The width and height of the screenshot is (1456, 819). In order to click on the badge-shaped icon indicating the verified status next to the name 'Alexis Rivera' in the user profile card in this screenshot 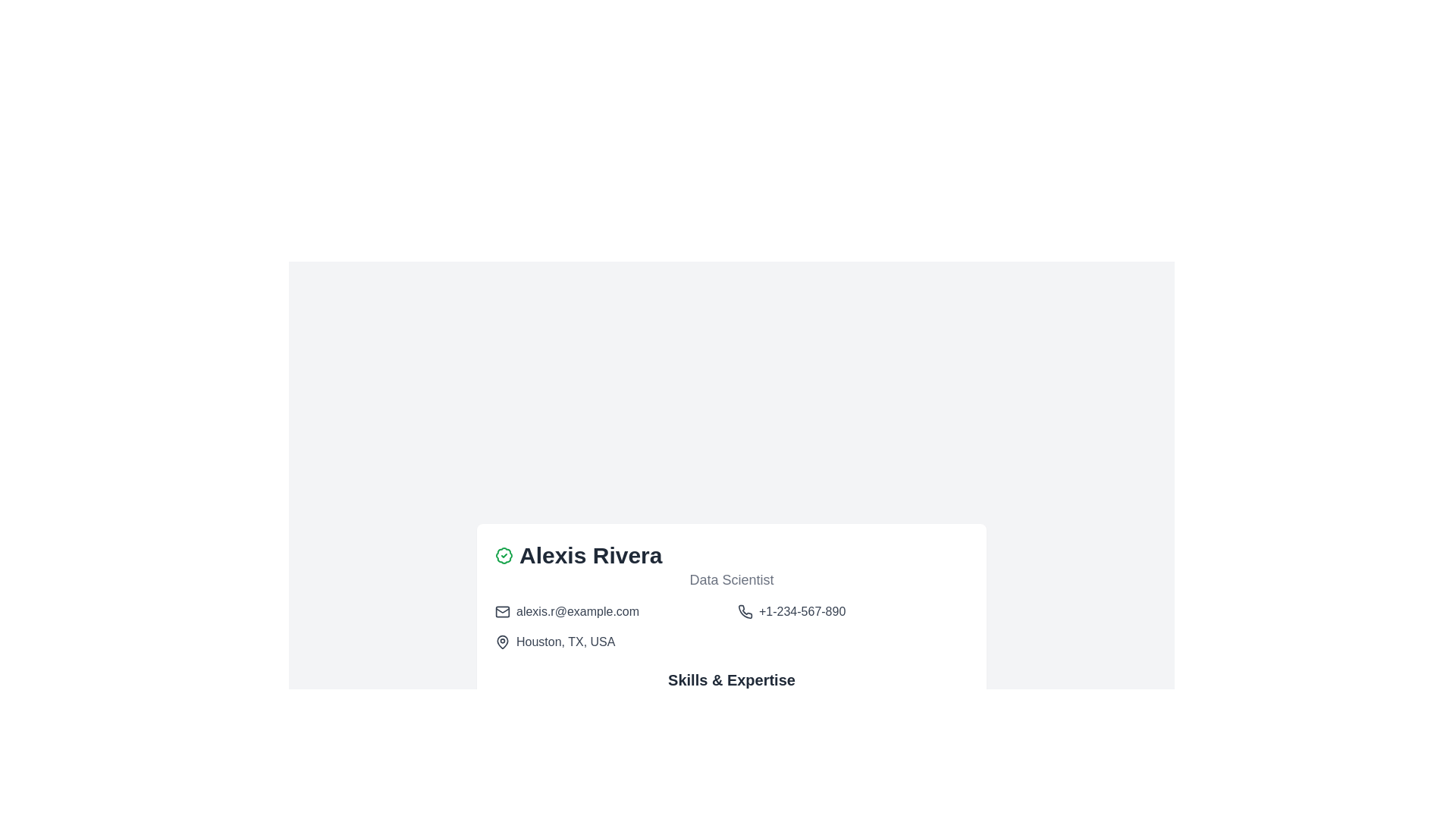, I will do `click(504, 555)`.